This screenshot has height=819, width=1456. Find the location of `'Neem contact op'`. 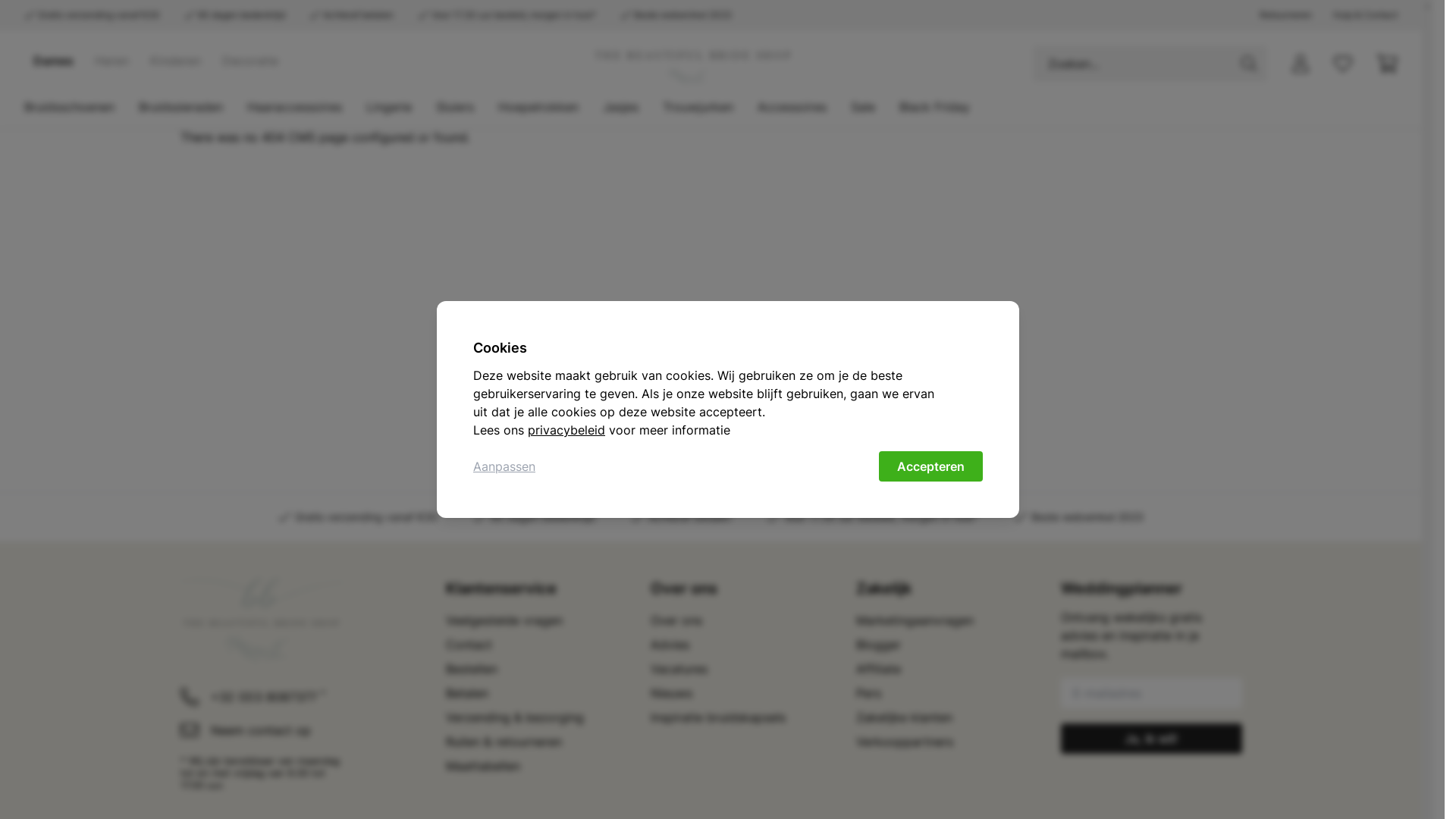

'Neem contact op' is located at coordinates (312, 730).